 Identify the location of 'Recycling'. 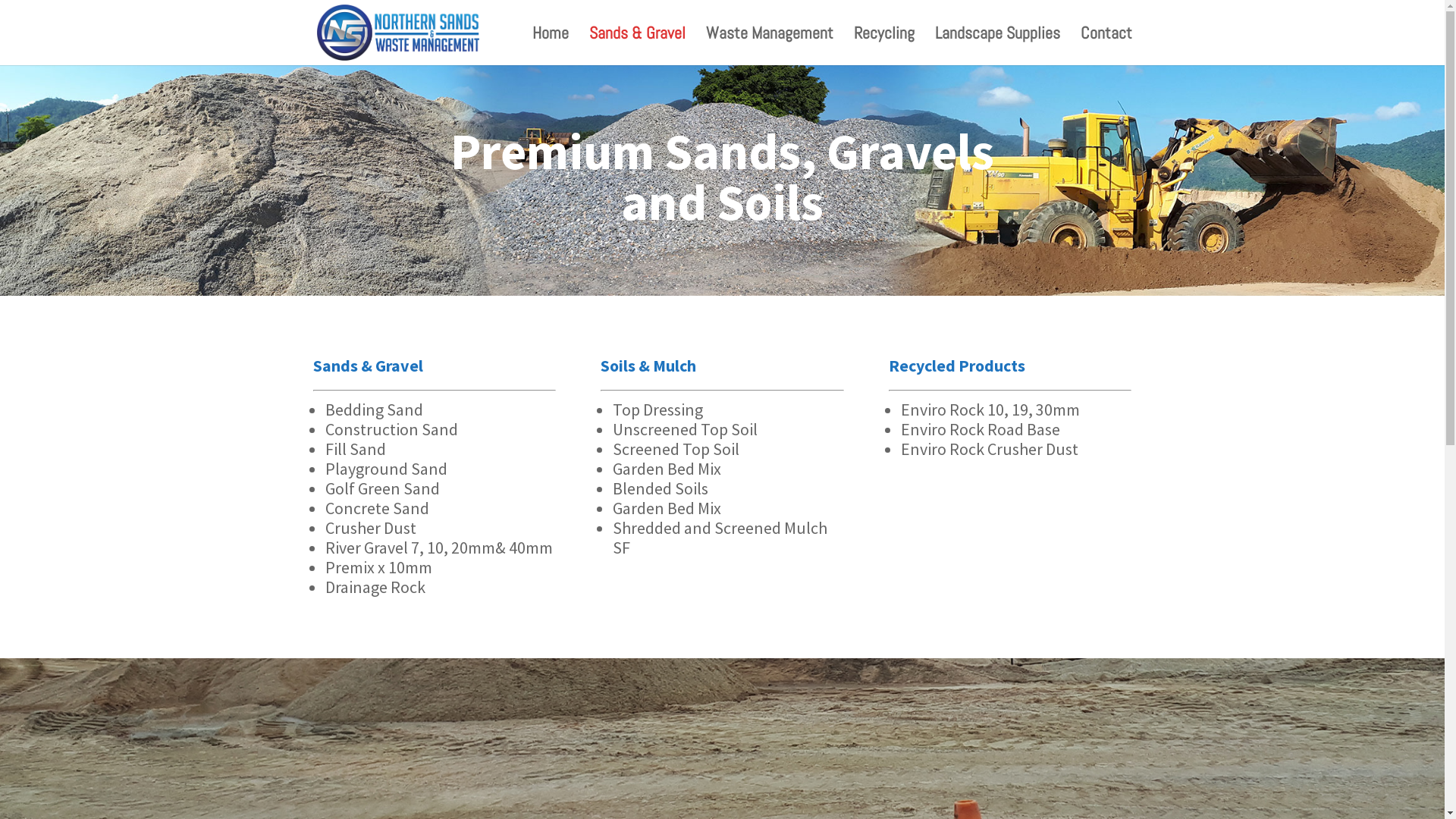
(884, 45).